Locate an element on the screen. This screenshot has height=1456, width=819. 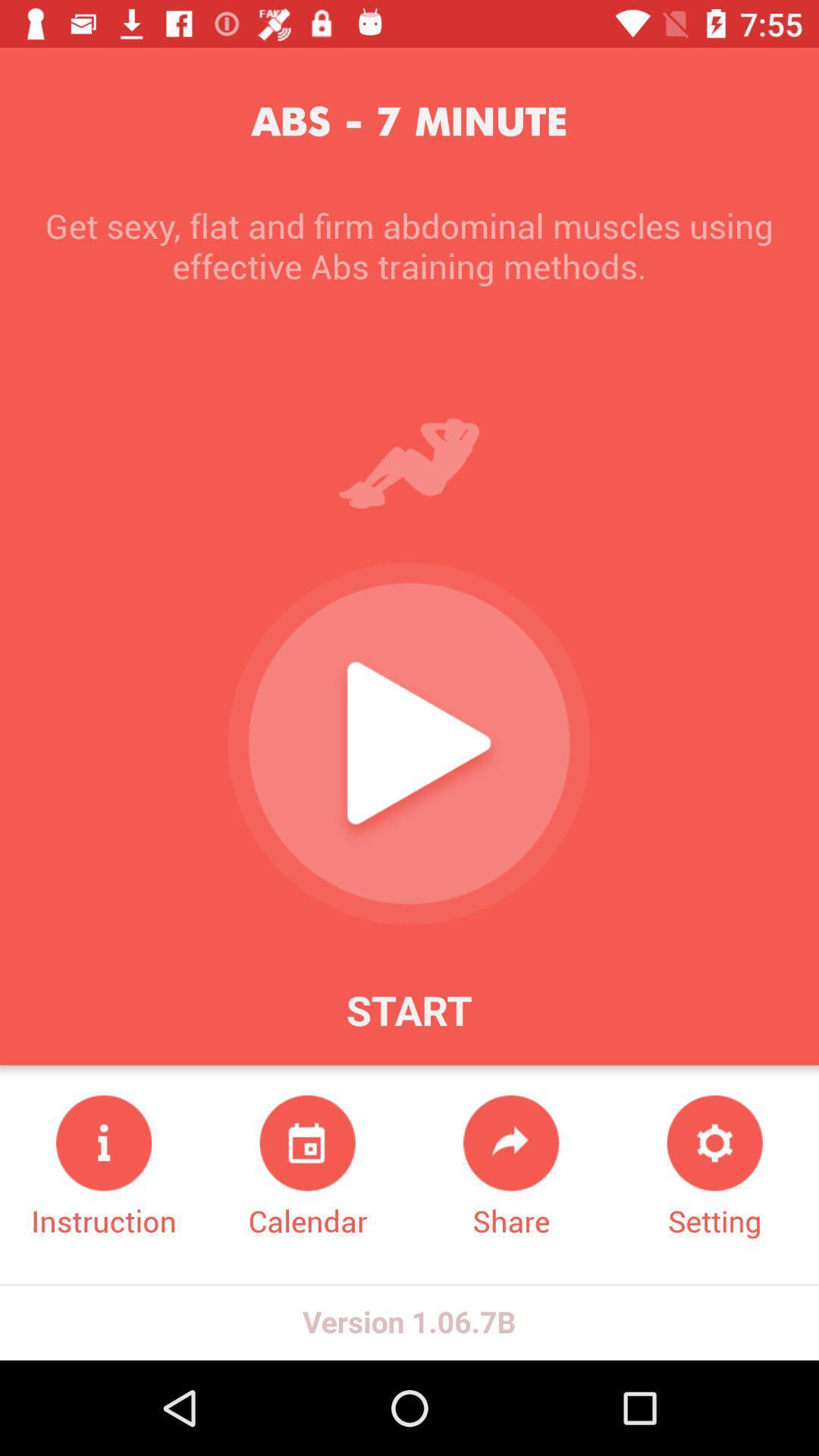
icon to the left of share item is located at coordinates (307, 1167).